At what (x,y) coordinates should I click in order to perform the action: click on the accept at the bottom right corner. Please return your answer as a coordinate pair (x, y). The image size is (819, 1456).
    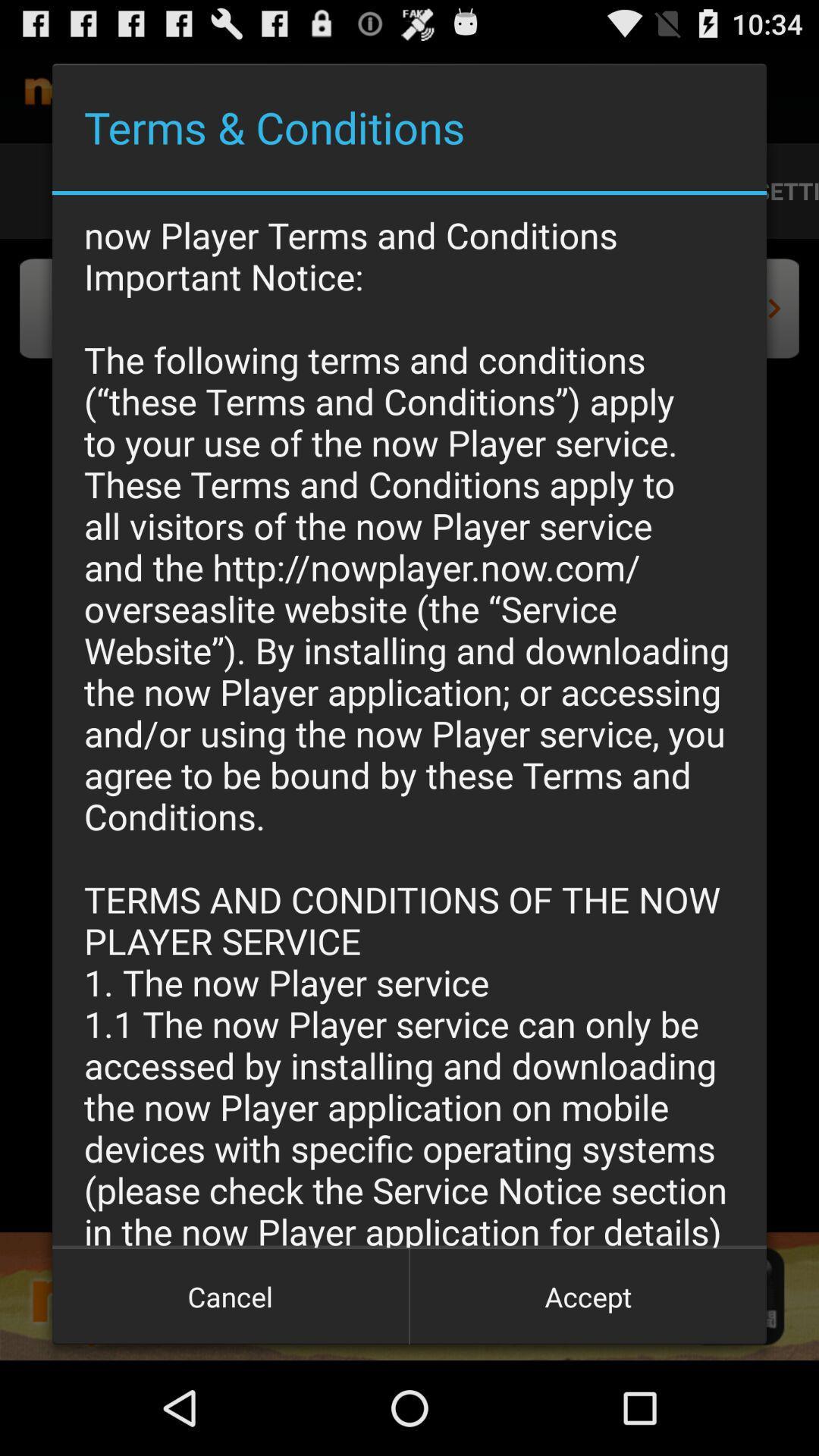
    Looking at the image, I should click on (587, 1295).